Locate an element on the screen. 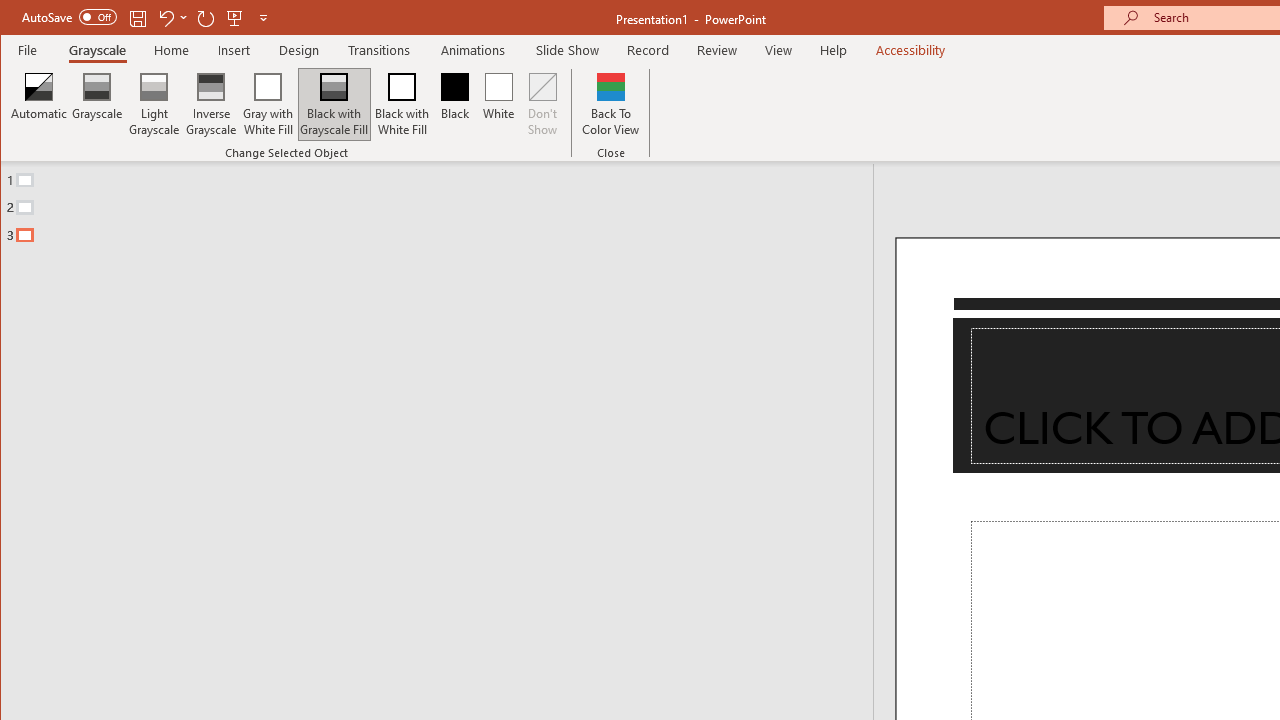 The image size is (1280, 720). 'Don' is located at coordinates (543, 104).